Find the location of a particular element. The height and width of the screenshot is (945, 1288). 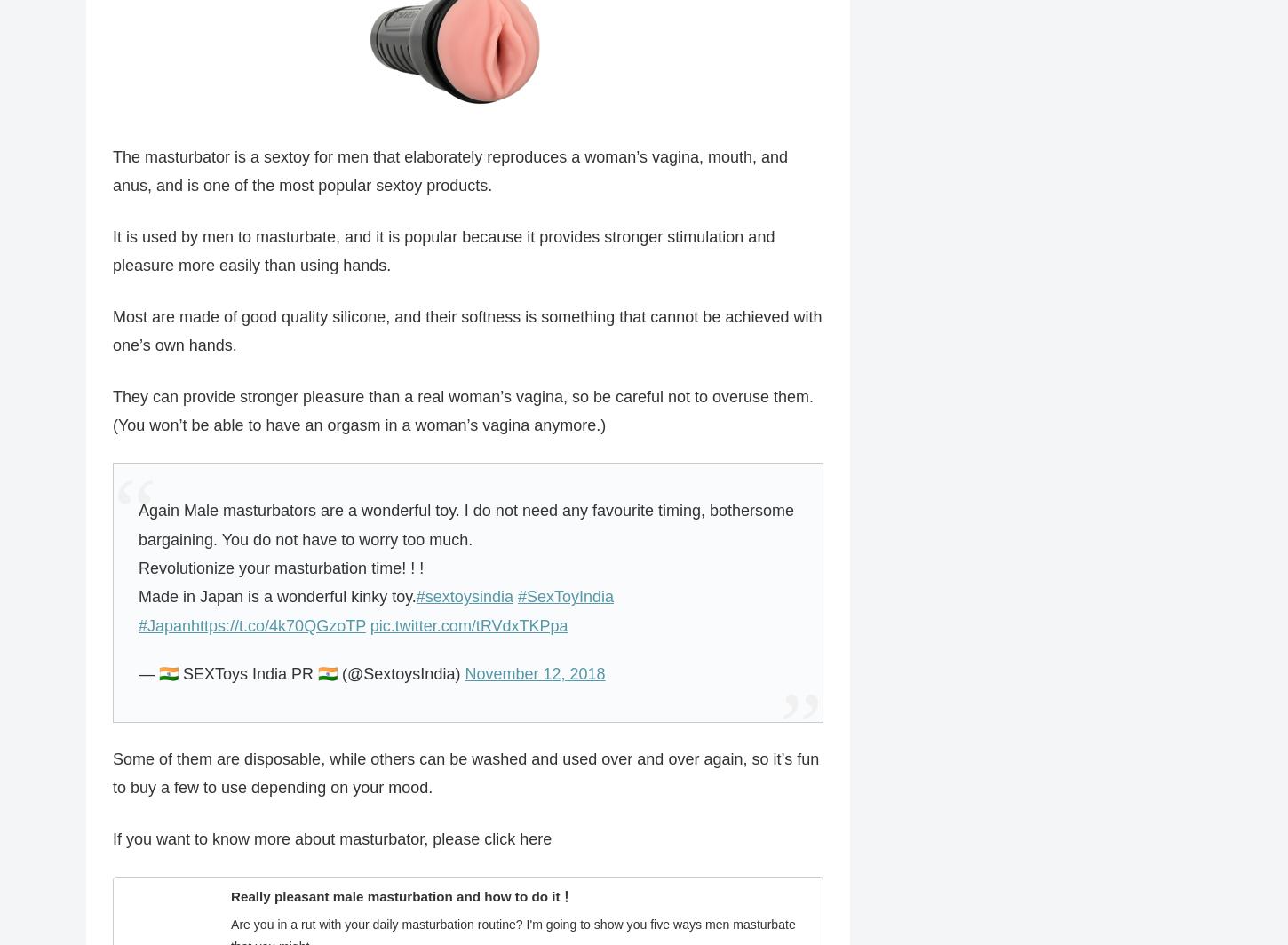

'Revolutionize your masturbation time! ! !' is located at coordinates (281, 568).